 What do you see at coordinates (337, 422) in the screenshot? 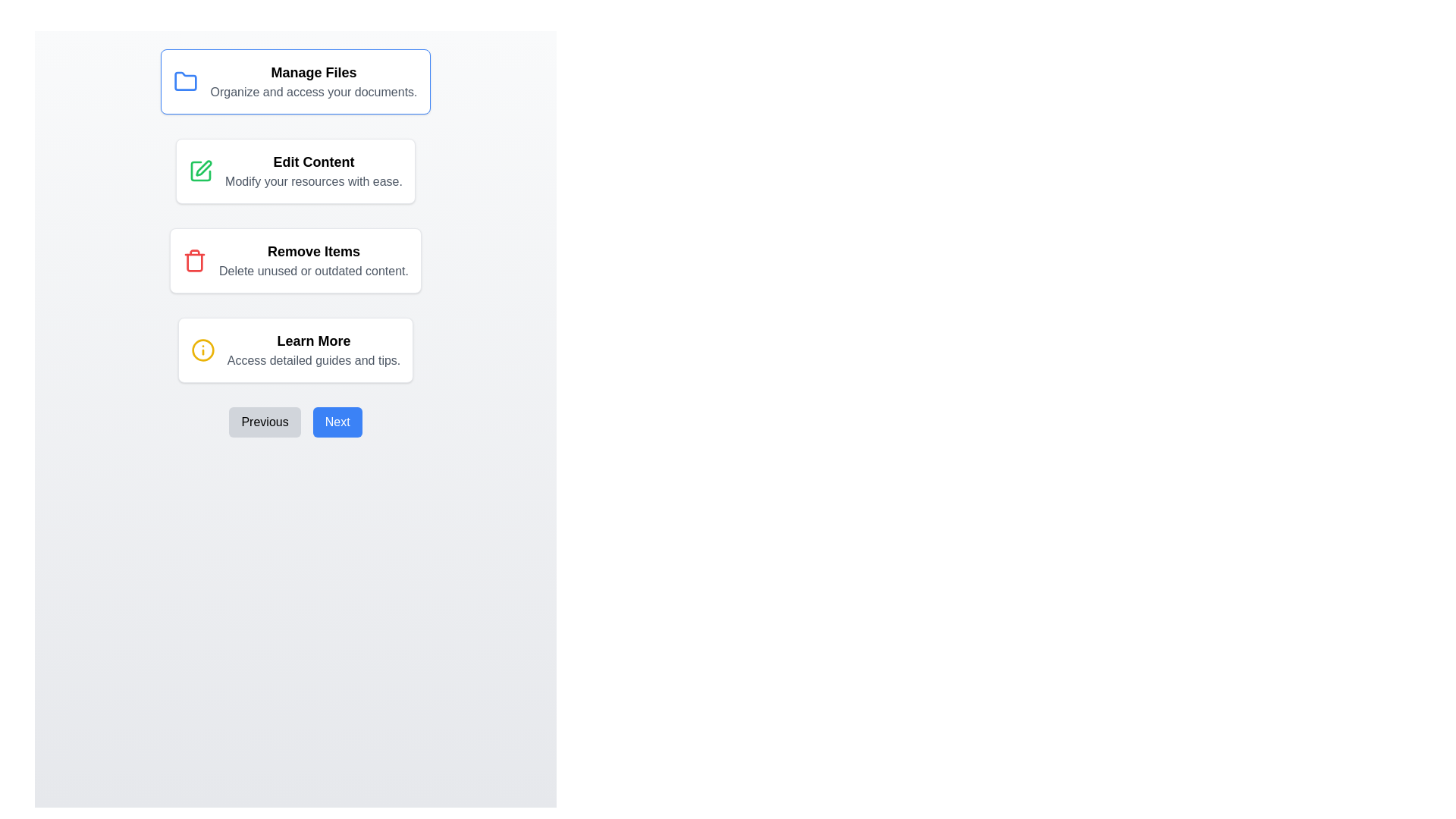
I see `the 'Next' button with a blue background and rounded corners` at bounding box center [337, 422].